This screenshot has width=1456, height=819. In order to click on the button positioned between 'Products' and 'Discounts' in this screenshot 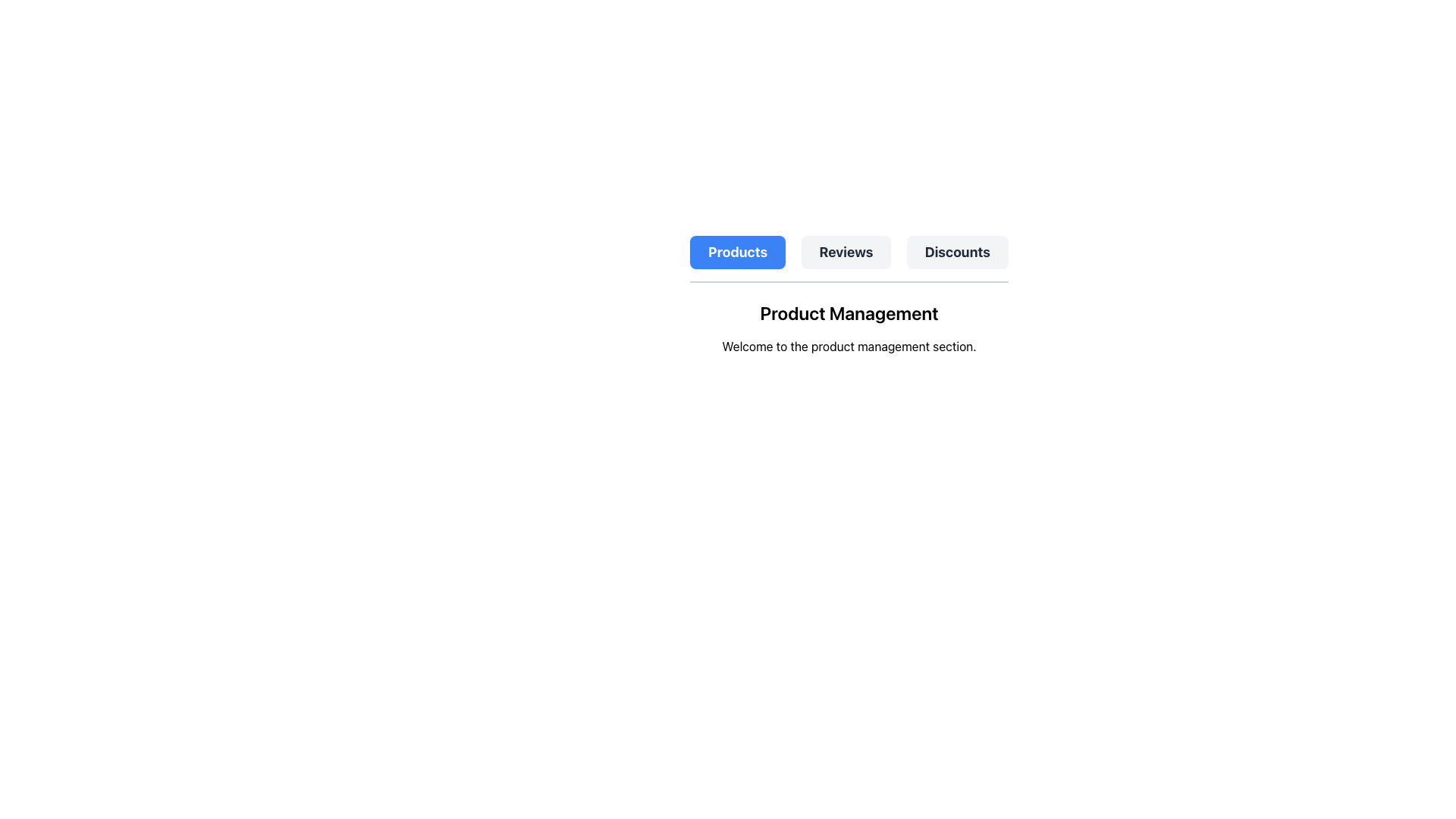, I will do `click(845, 251)`.